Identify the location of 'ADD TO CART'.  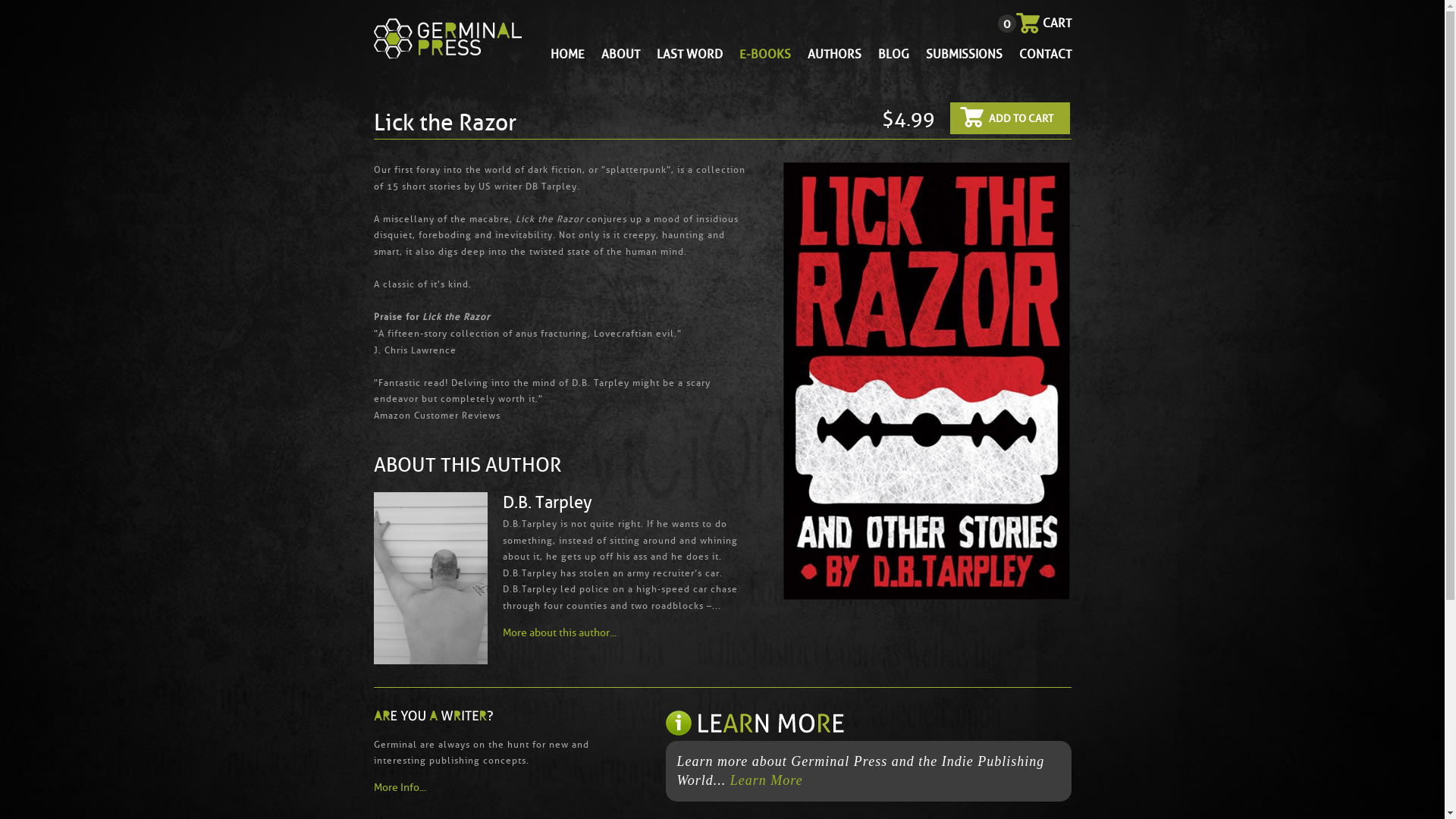
(949, 117).